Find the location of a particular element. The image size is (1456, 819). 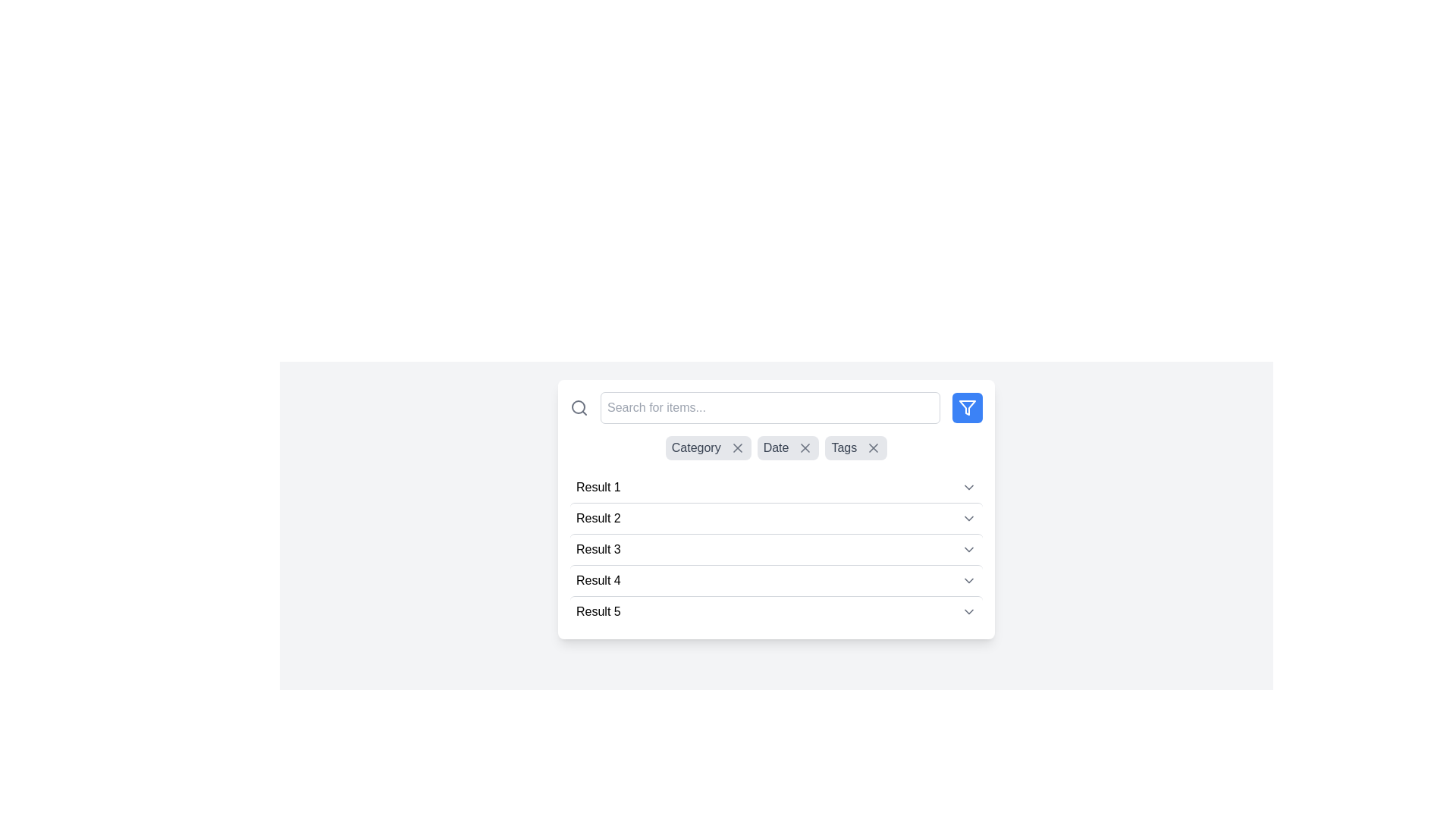

text content of the Text label displaying 'Result 1', which is the first entry in a vertical list of results is located at coordinates (598, 488).